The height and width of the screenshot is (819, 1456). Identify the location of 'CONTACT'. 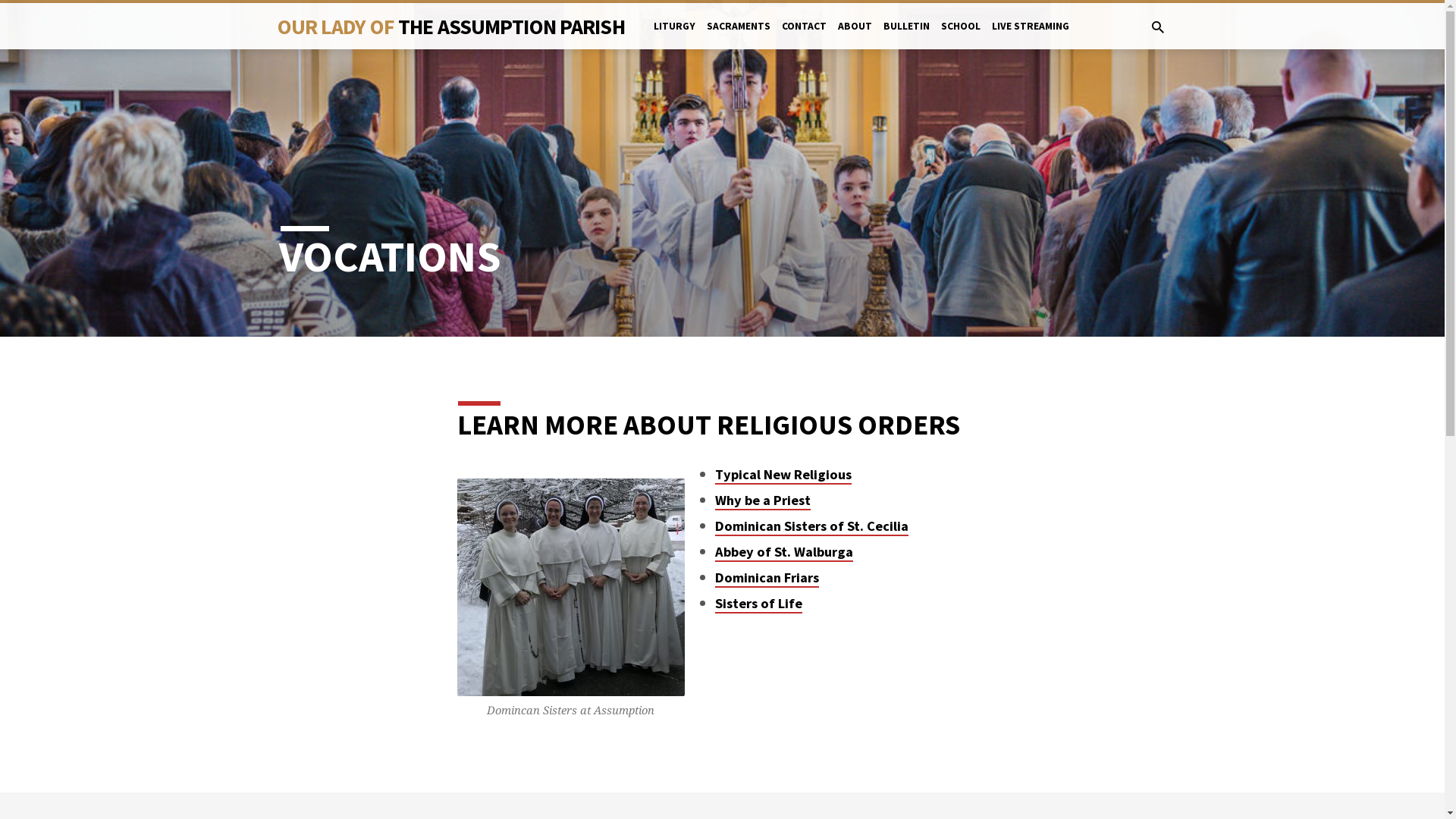
(782, 35).